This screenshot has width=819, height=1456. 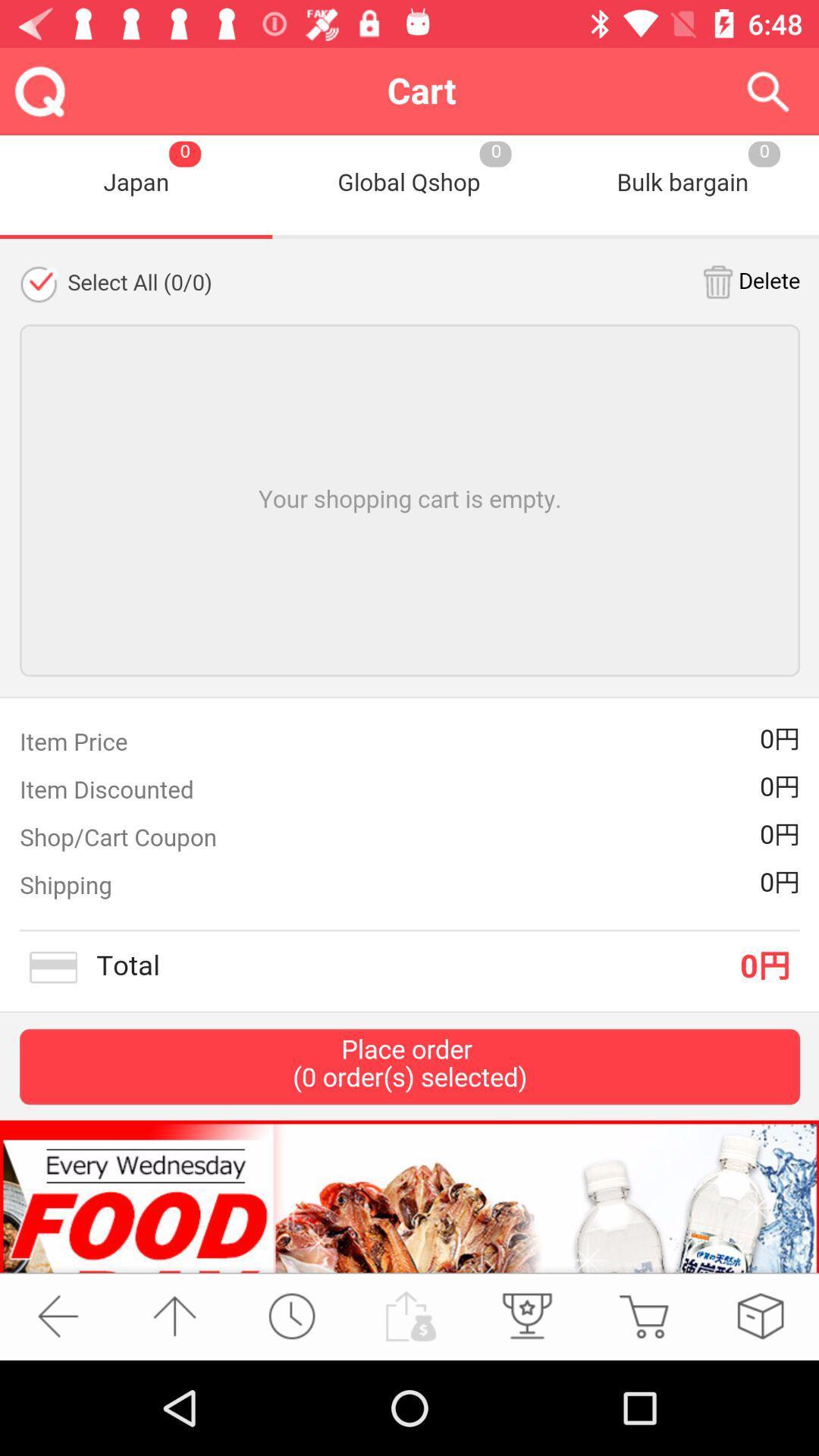 What do you see at coordinates (767, 90) in the screenshot?
I see `search` at bounding box center [767, 90].